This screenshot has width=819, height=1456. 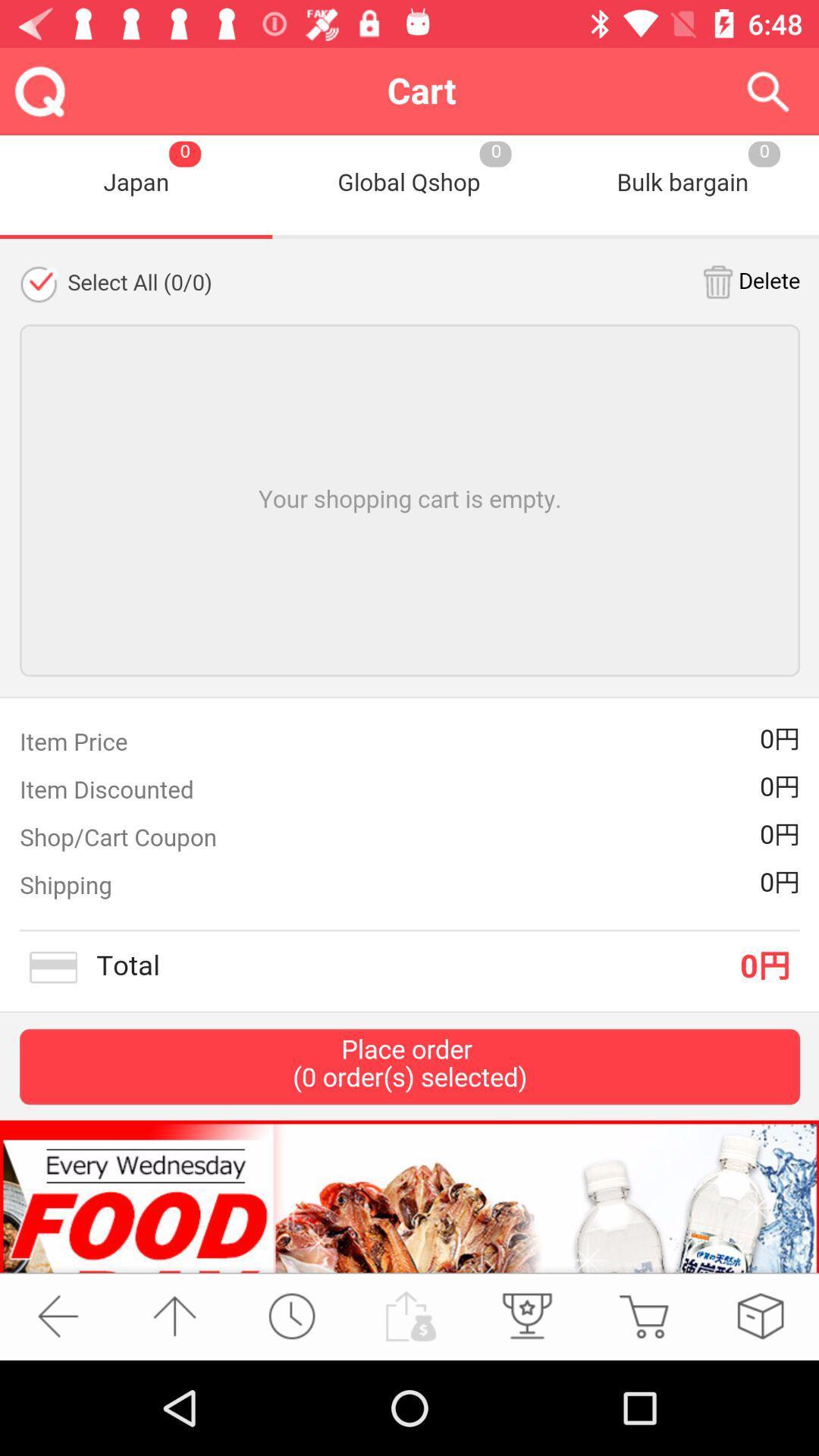 What do you see at coordinates (767, 90) in the screenshot?
I see `search` at bounding box center [767, 90].